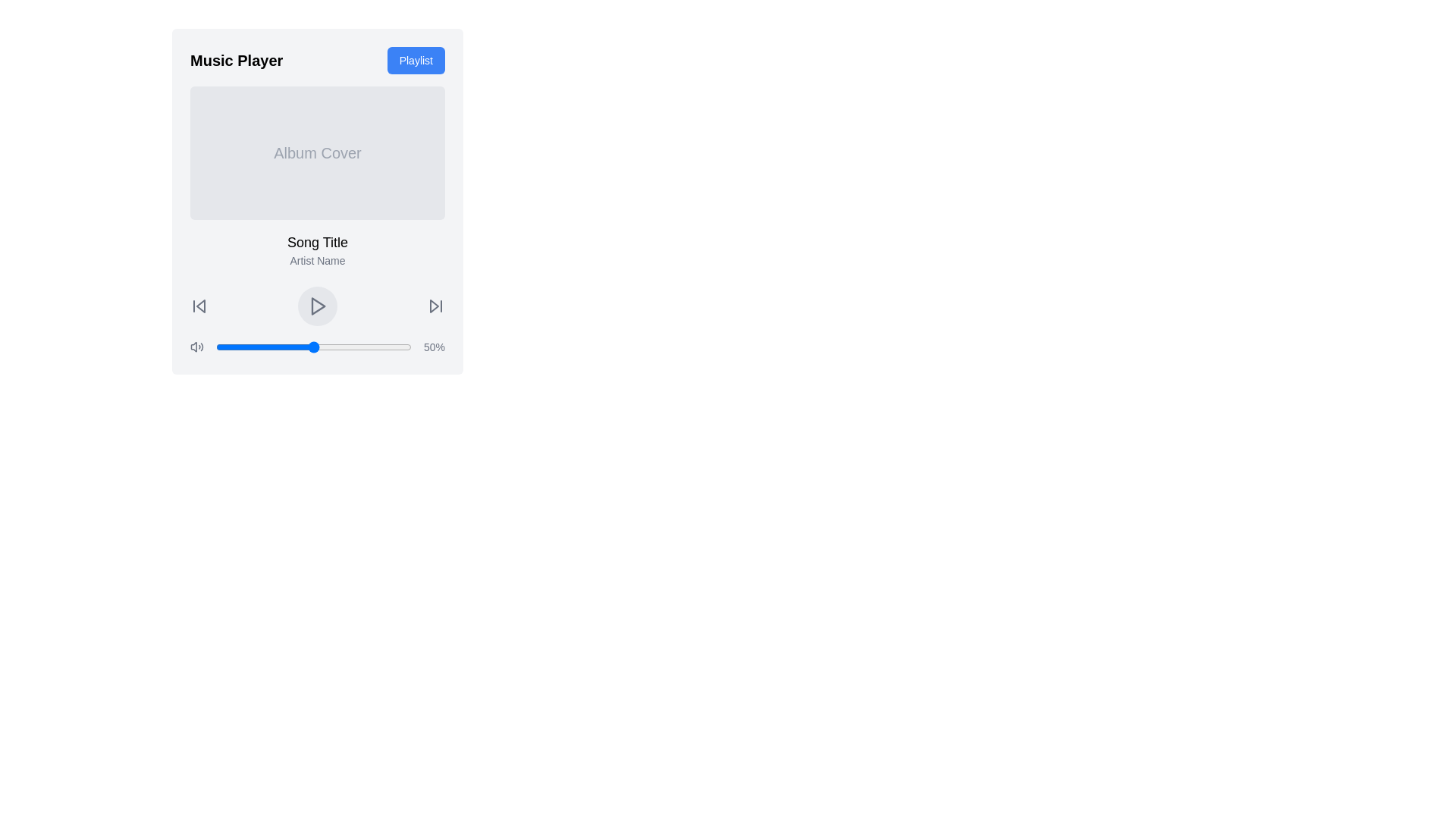  Describe the element at coordinates (249, 347) in the screenshot. I see `the volume` at that location.